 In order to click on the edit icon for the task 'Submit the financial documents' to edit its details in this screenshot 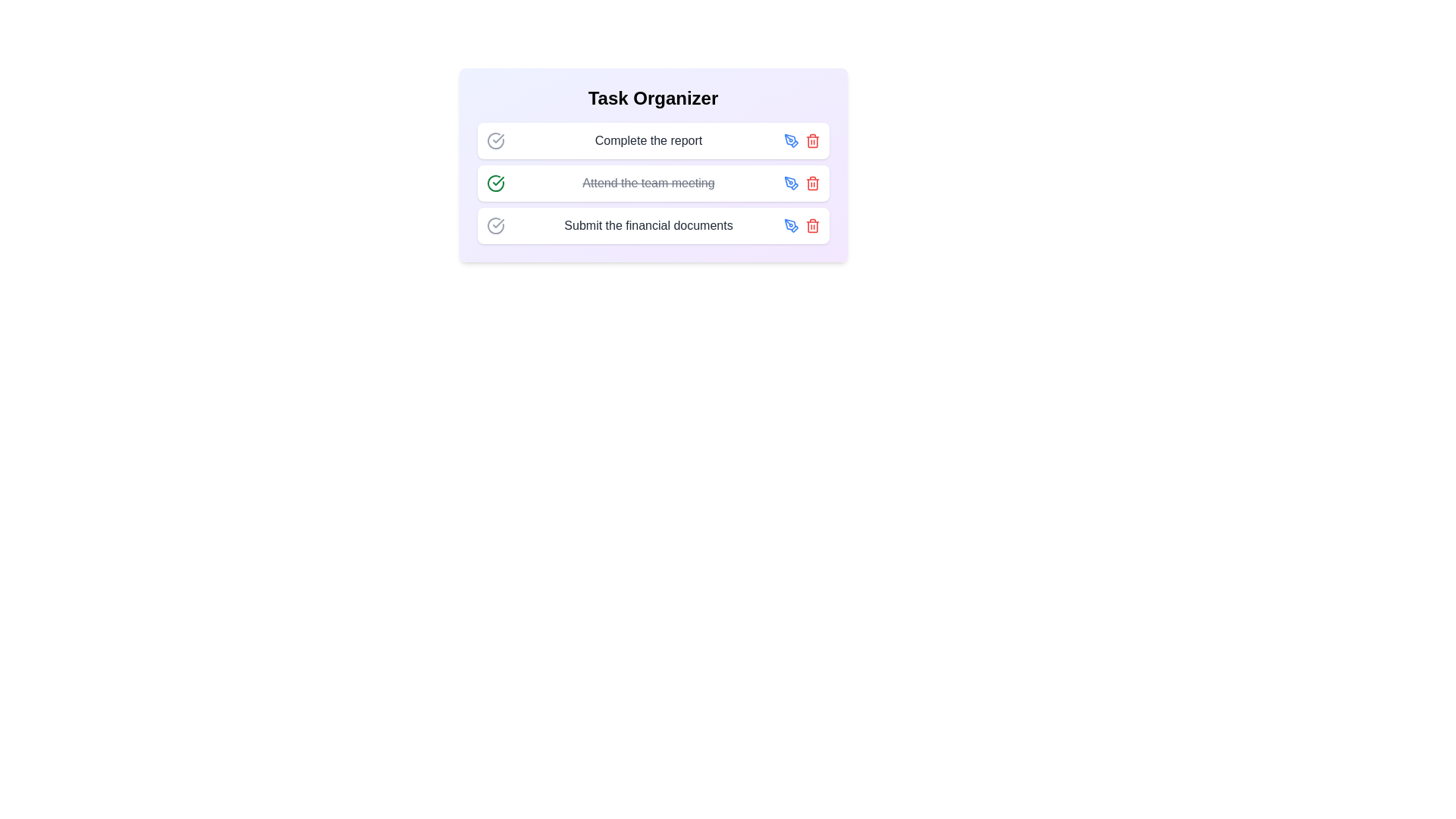, I will do `click(790, 225)`.